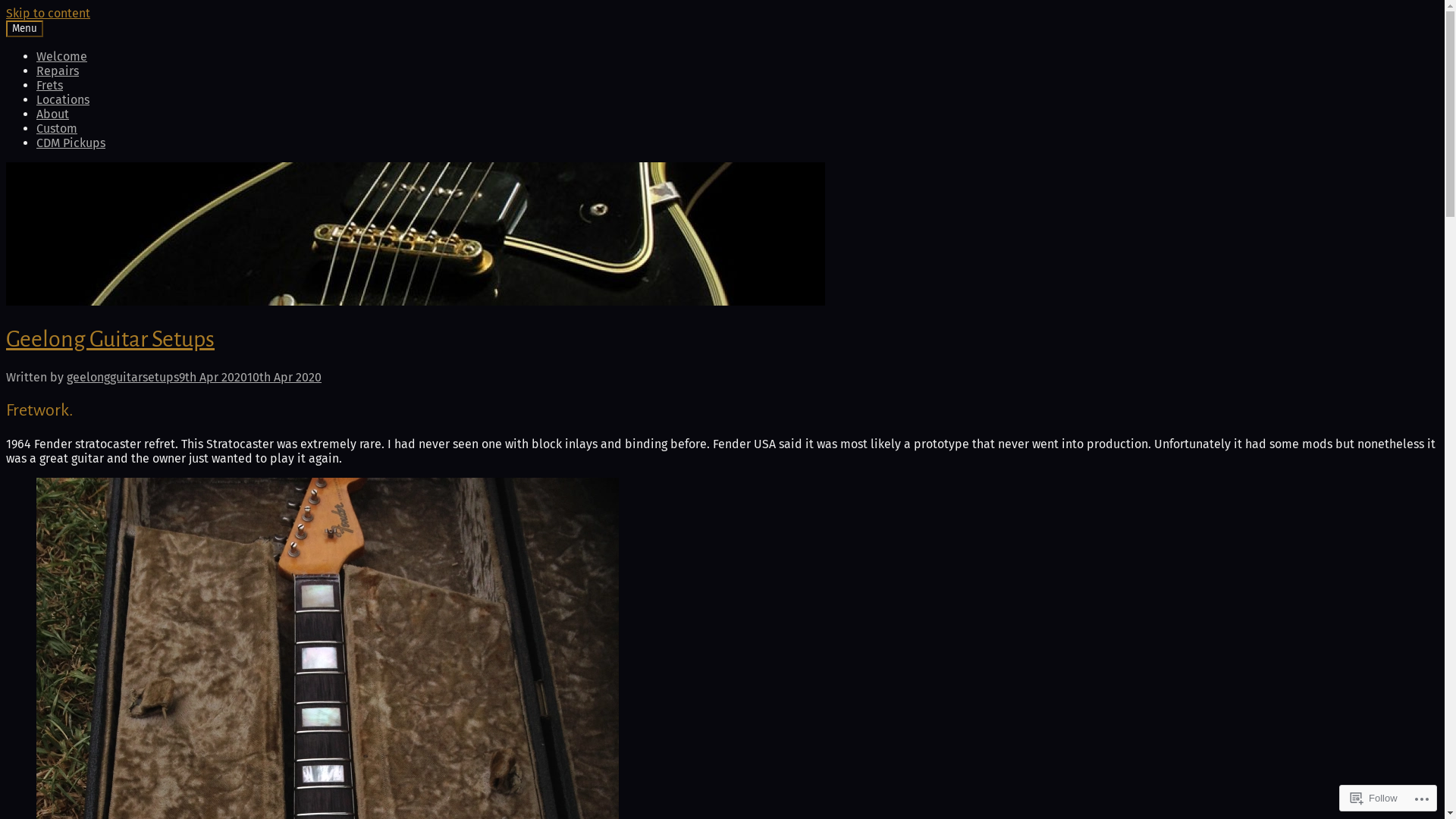 The width and height of the screenshot is (1456, 819). Describe the element at coordinates (36, 113) in the screenshot. I see `'About'` at that location.